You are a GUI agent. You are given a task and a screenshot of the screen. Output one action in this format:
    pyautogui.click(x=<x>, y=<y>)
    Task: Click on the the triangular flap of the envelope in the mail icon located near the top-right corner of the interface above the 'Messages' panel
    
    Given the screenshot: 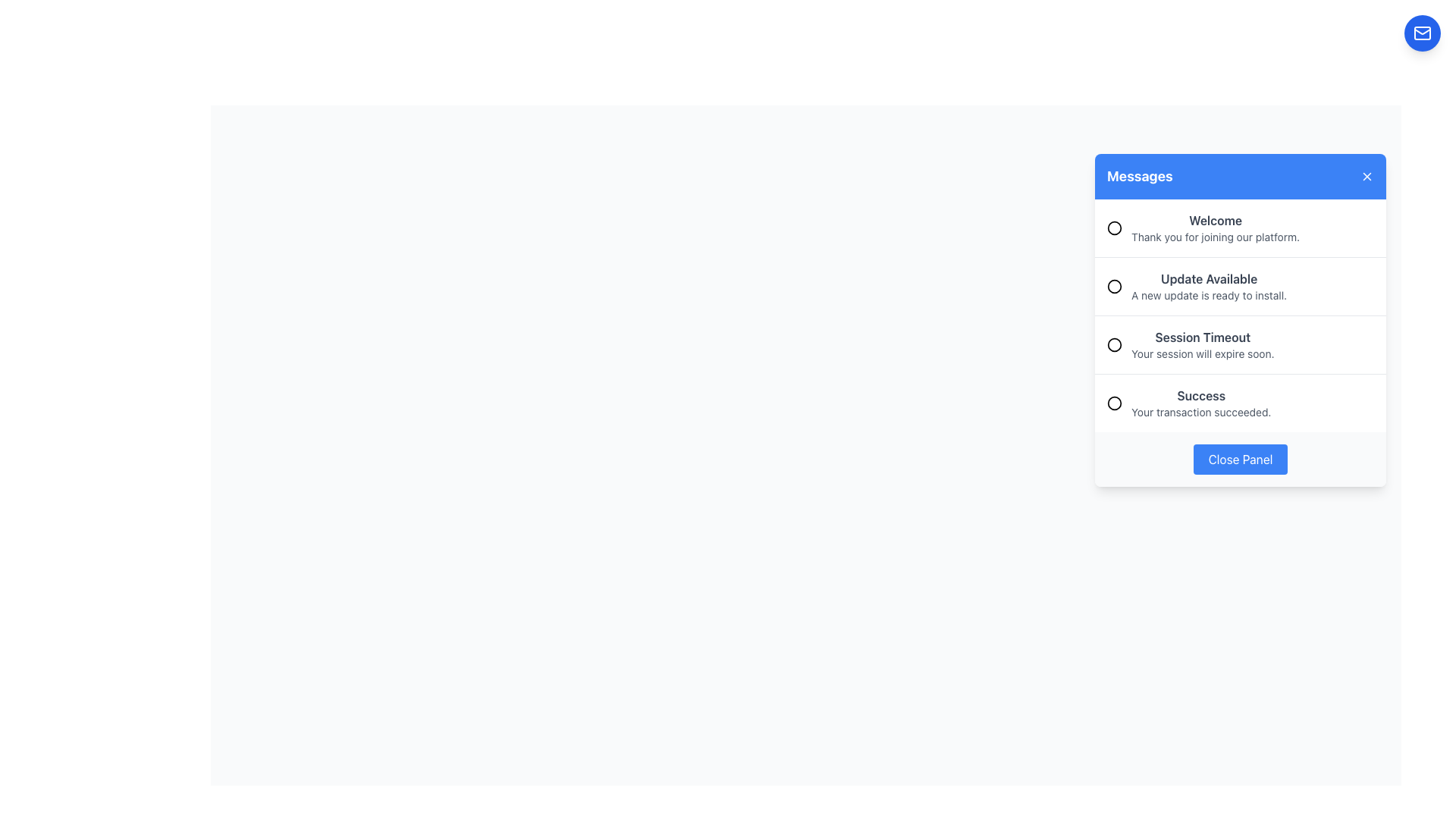 What is the action you would take?
    pyautogui.click(x=1422, y=31)
    